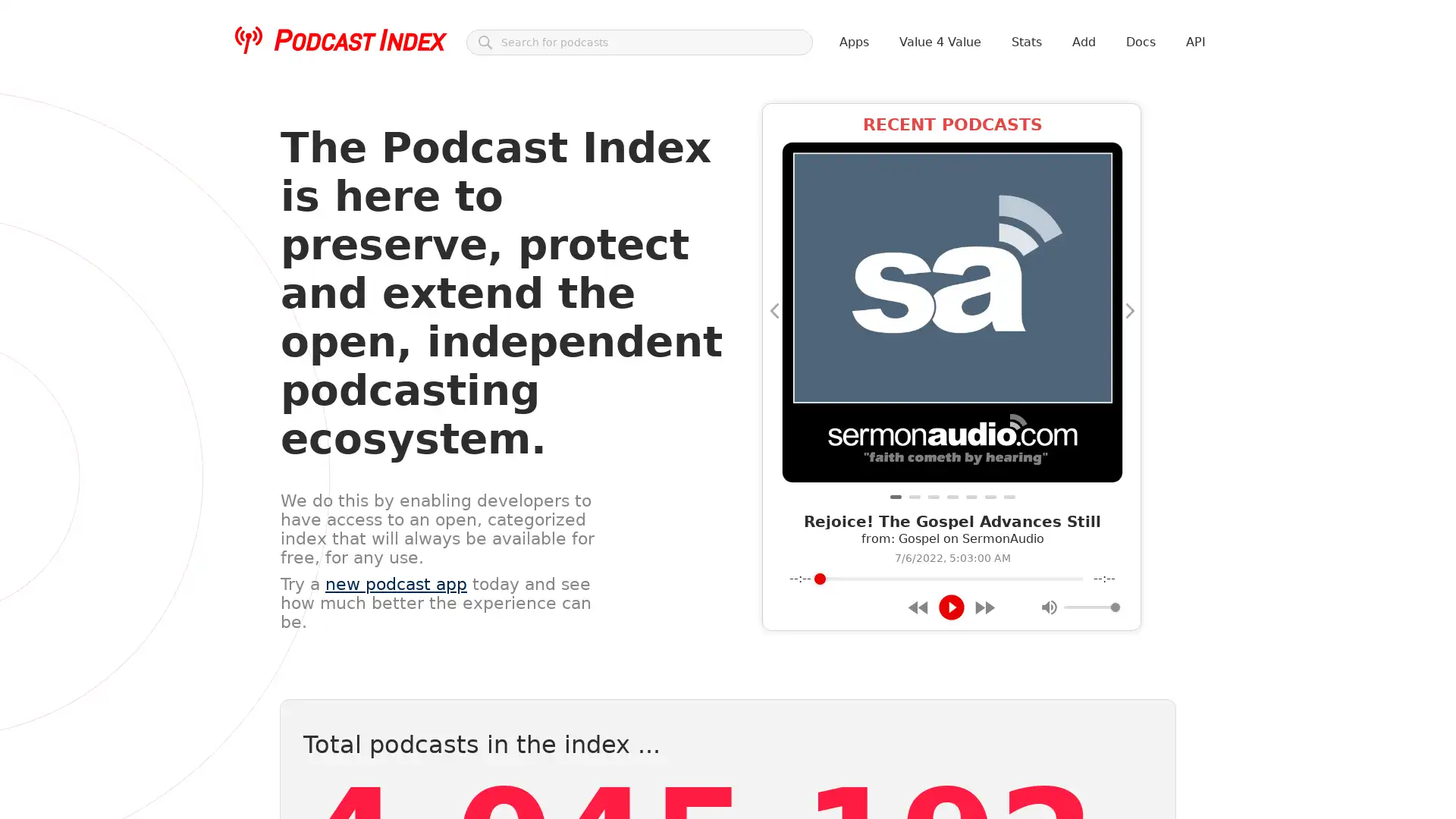 This screenshot has height=819, width=1456. What do you see at coordinates (1009, 497) in the screenshot?
I see `Keenan's Corner: Breezy Album Review; Usher Tiny Desk` at bounding box center [1009, 497].